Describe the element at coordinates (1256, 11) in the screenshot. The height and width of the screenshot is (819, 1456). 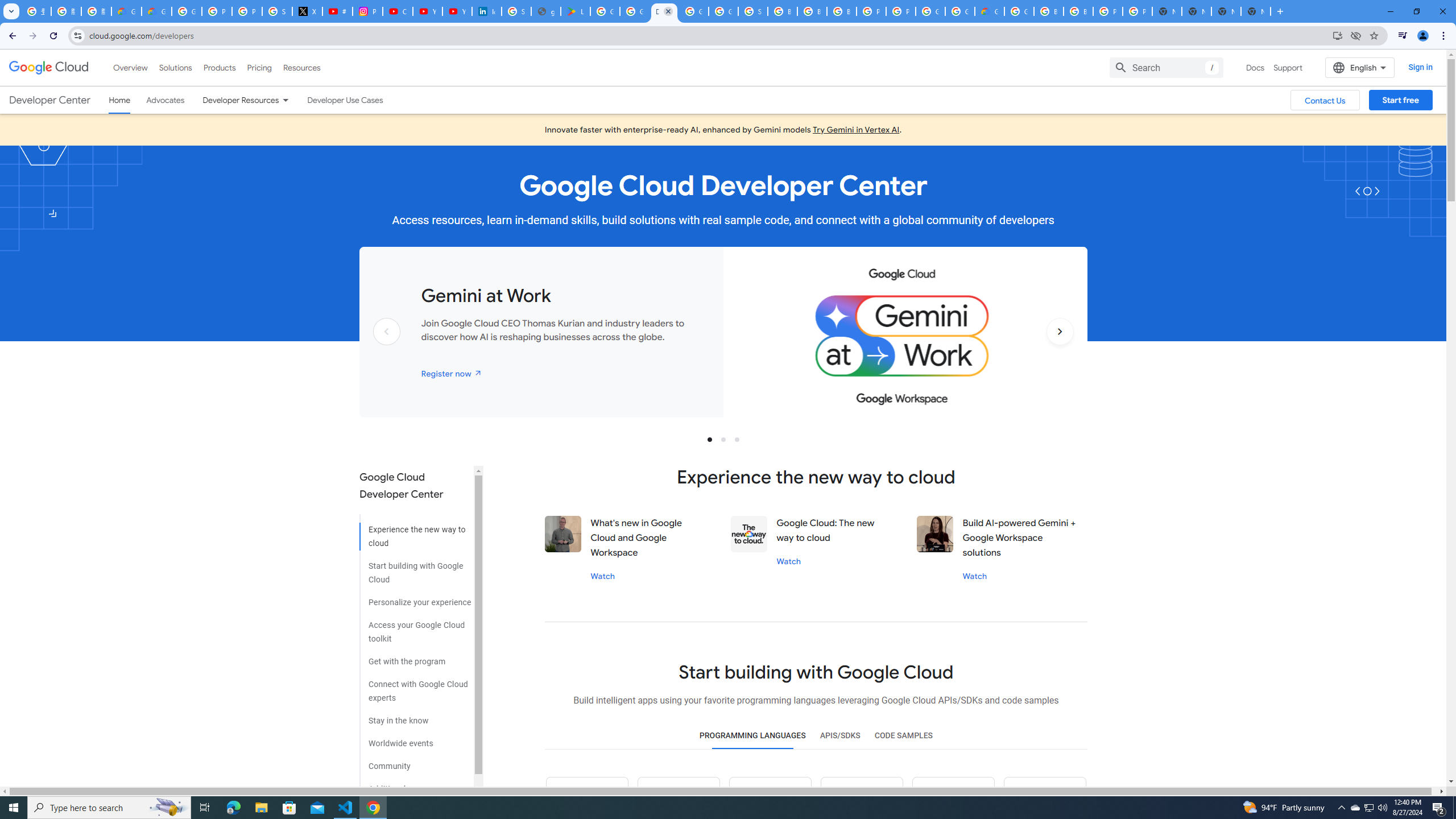
I see `'New Tab'` at that location.